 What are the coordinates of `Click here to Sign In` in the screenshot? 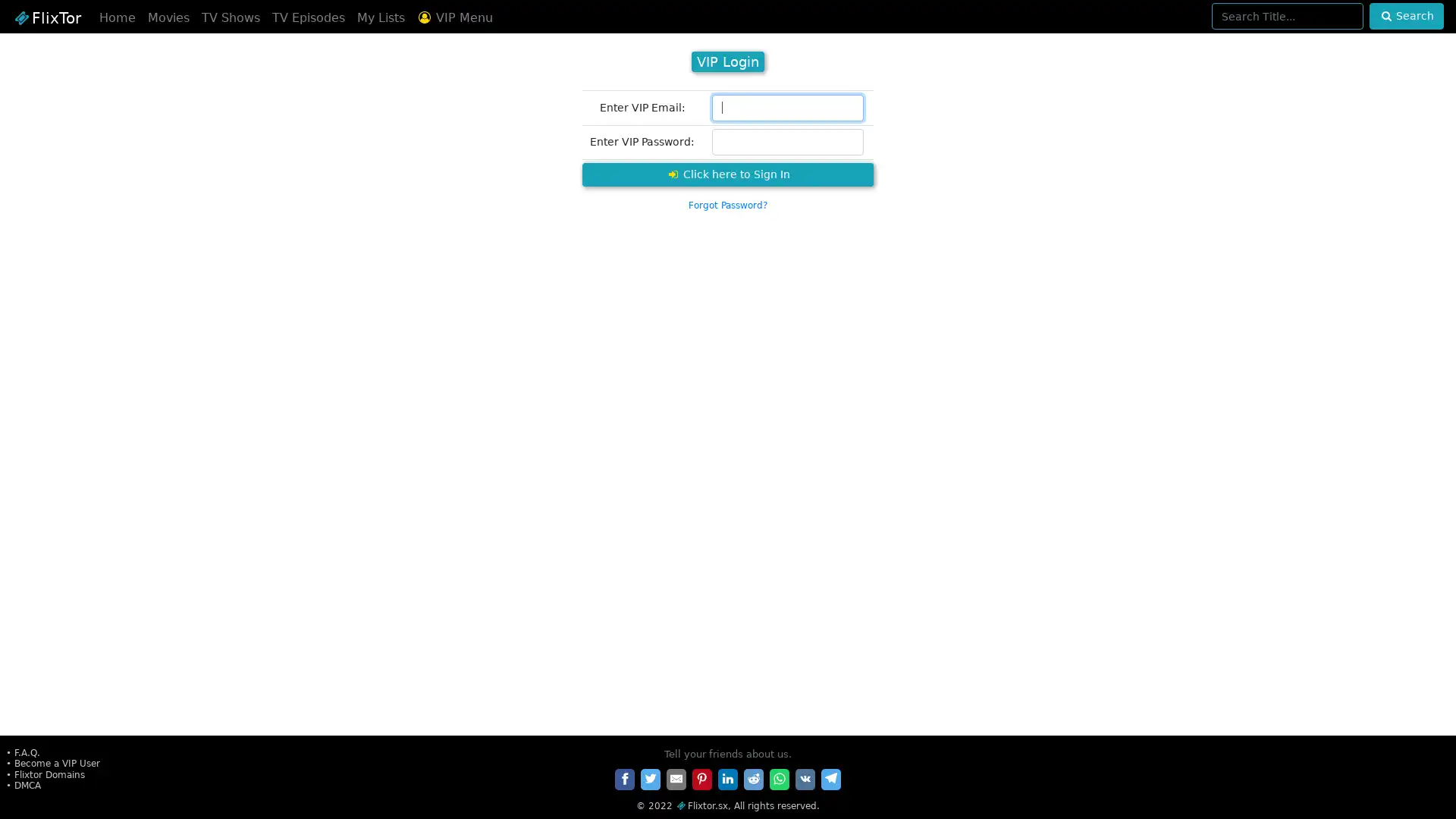 It's located at (728, 174).